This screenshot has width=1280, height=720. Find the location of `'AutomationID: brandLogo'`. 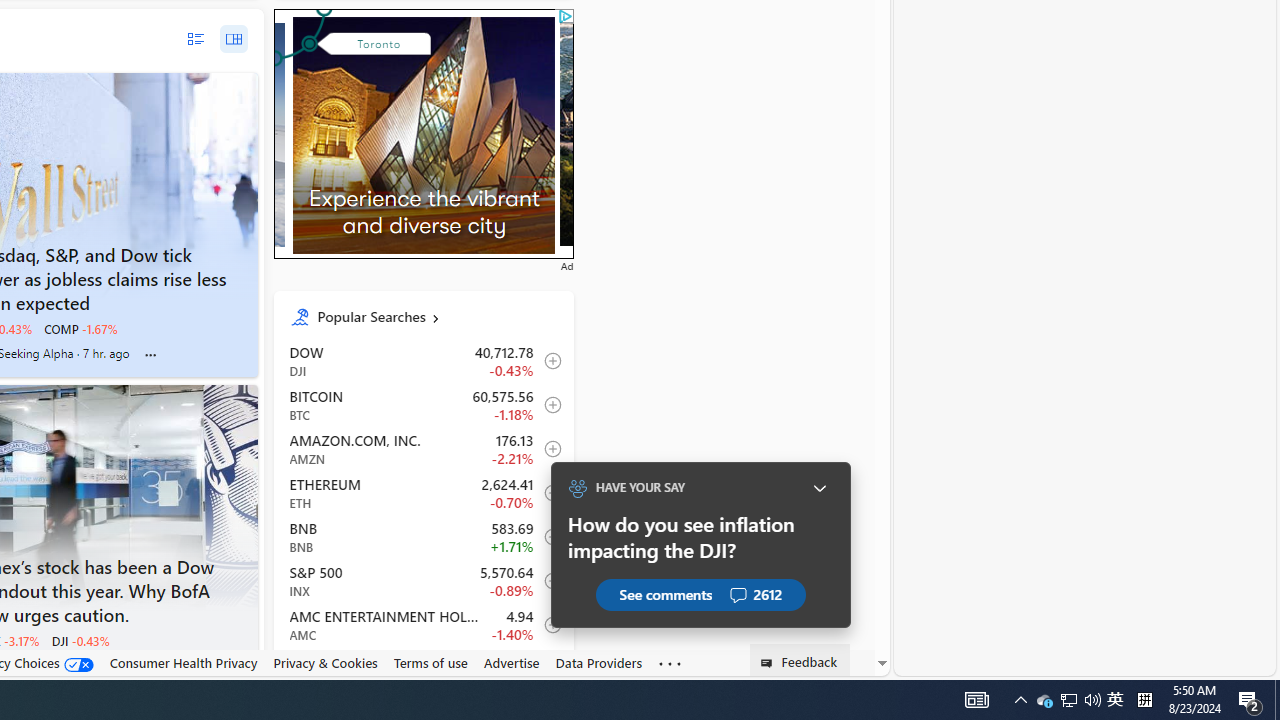

'AutomationID: brandLogo' is located at coordinates (415, 145).